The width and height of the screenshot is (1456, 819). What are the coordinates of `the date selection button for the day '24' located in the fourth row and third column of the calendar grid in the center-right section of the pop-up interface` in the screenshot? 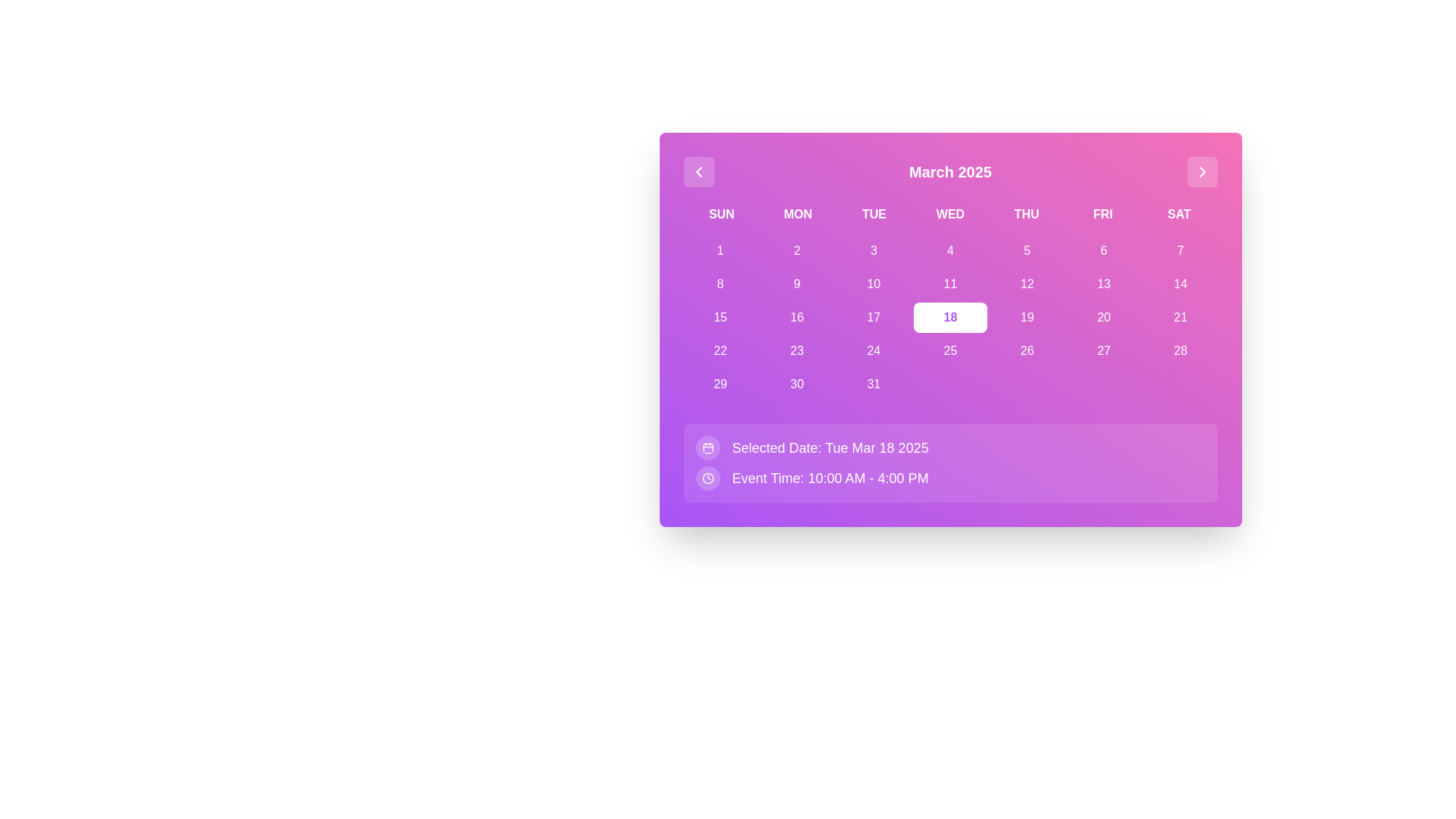 It's located at (874, 350).